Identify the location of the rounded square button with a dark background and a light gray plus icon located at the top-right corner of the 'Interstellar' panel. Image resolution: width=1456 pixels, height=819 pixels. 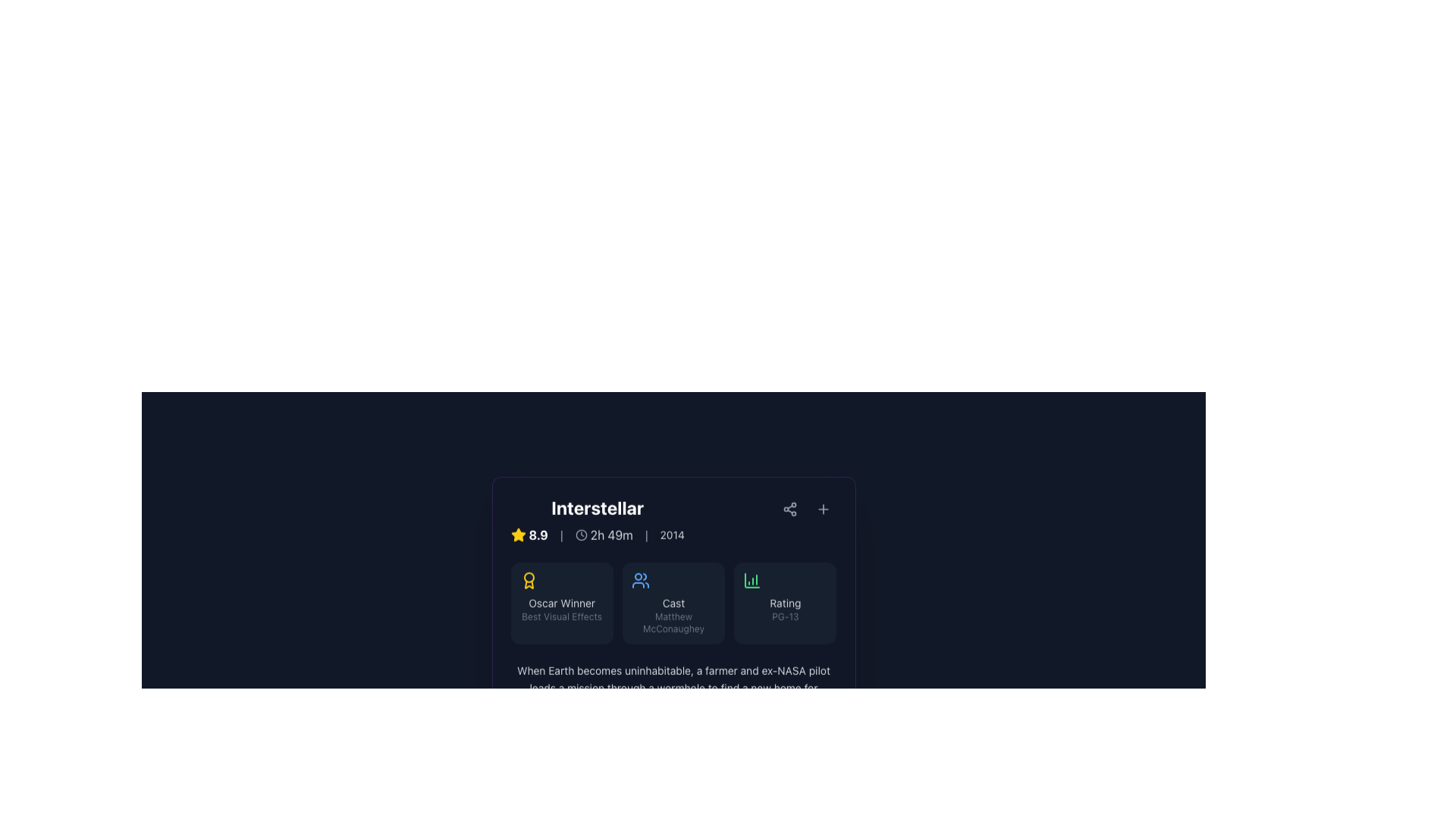
(822, 509).